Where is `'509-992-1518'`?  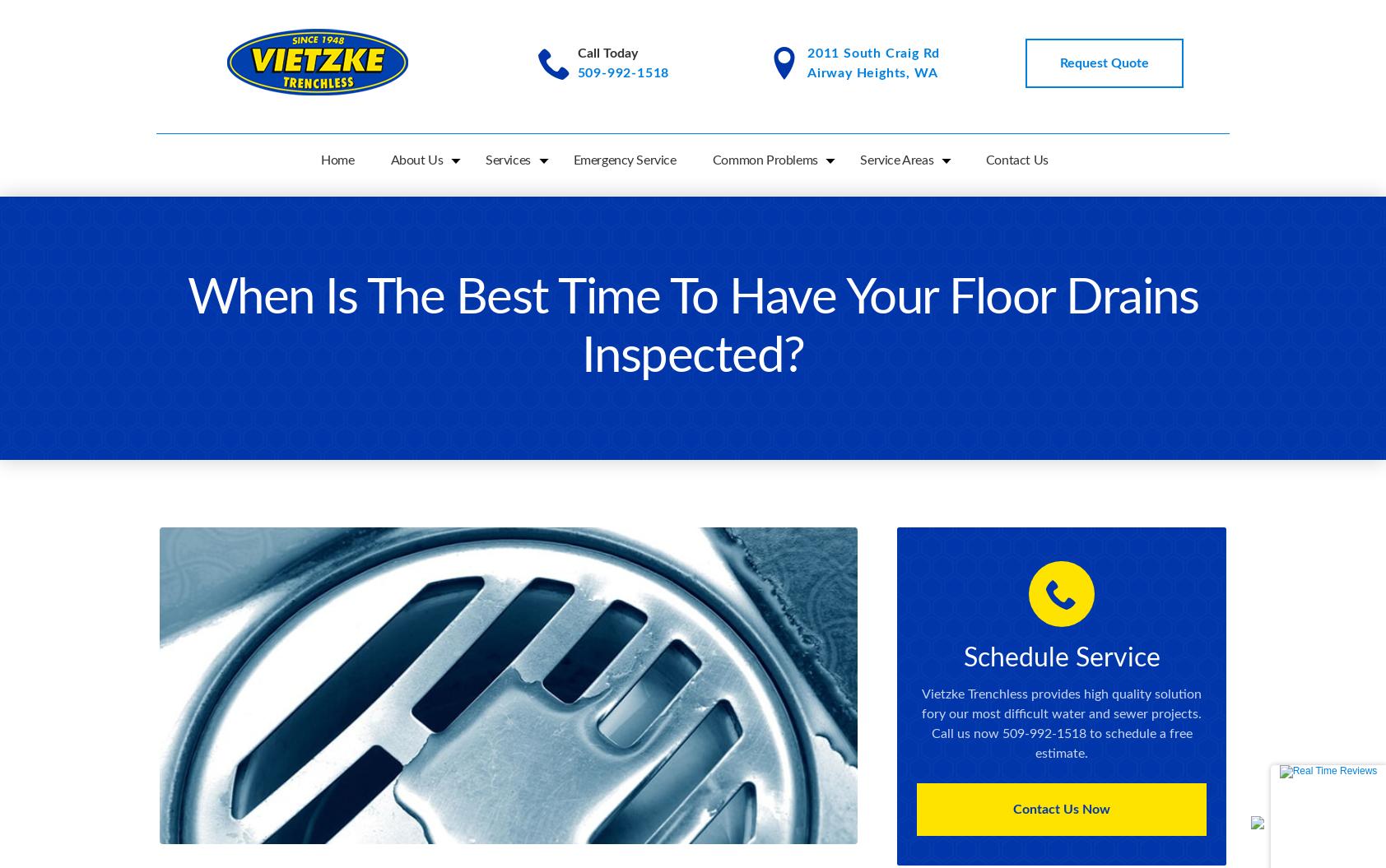 '509-992-1518' is located at coordinates (622, 72).